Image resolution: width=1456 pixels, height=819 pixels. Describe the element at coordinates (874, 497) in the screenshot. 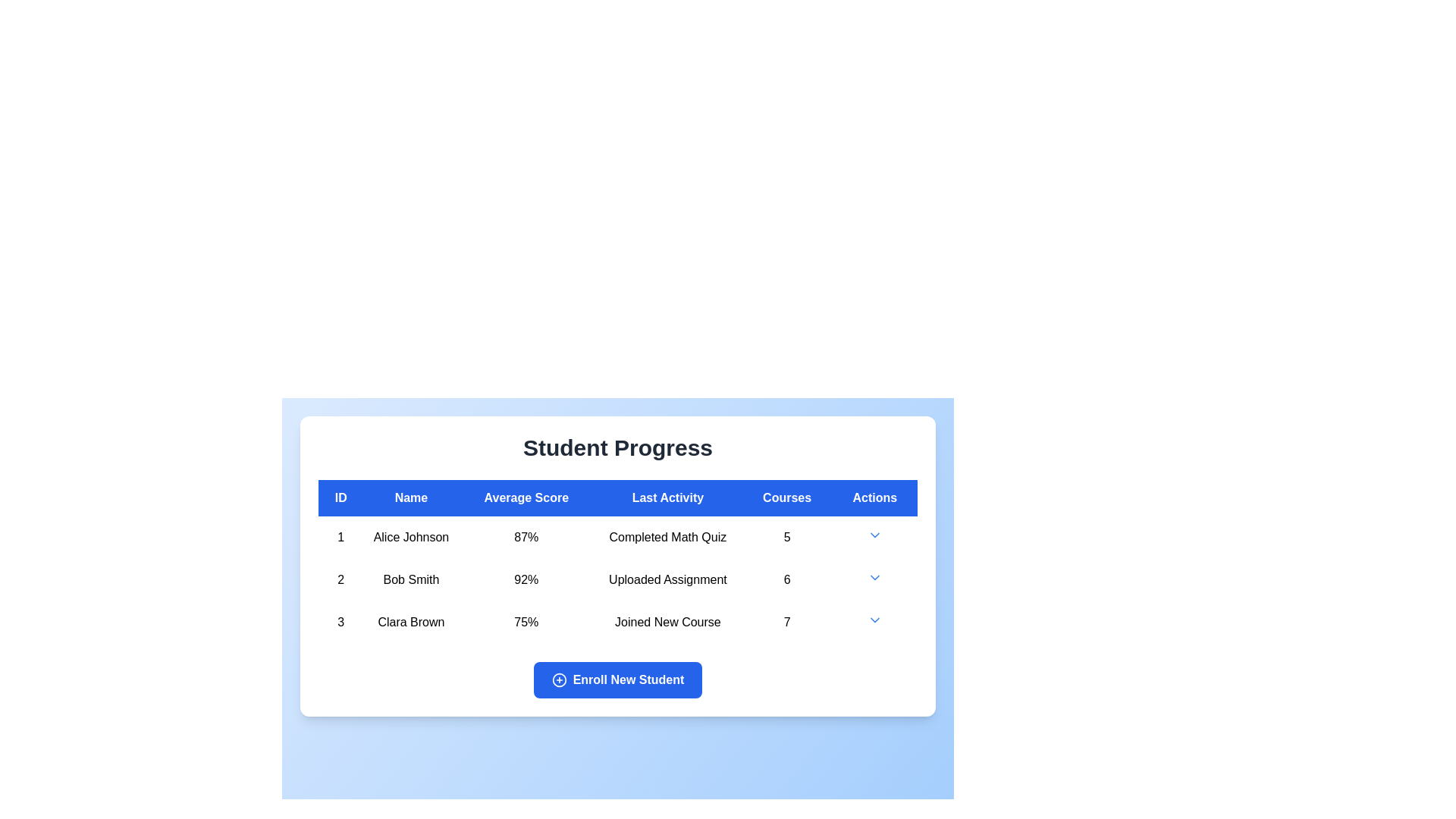

I see `the table header cell that indicates action-related items, which is the sixth column header in the table` at that location.